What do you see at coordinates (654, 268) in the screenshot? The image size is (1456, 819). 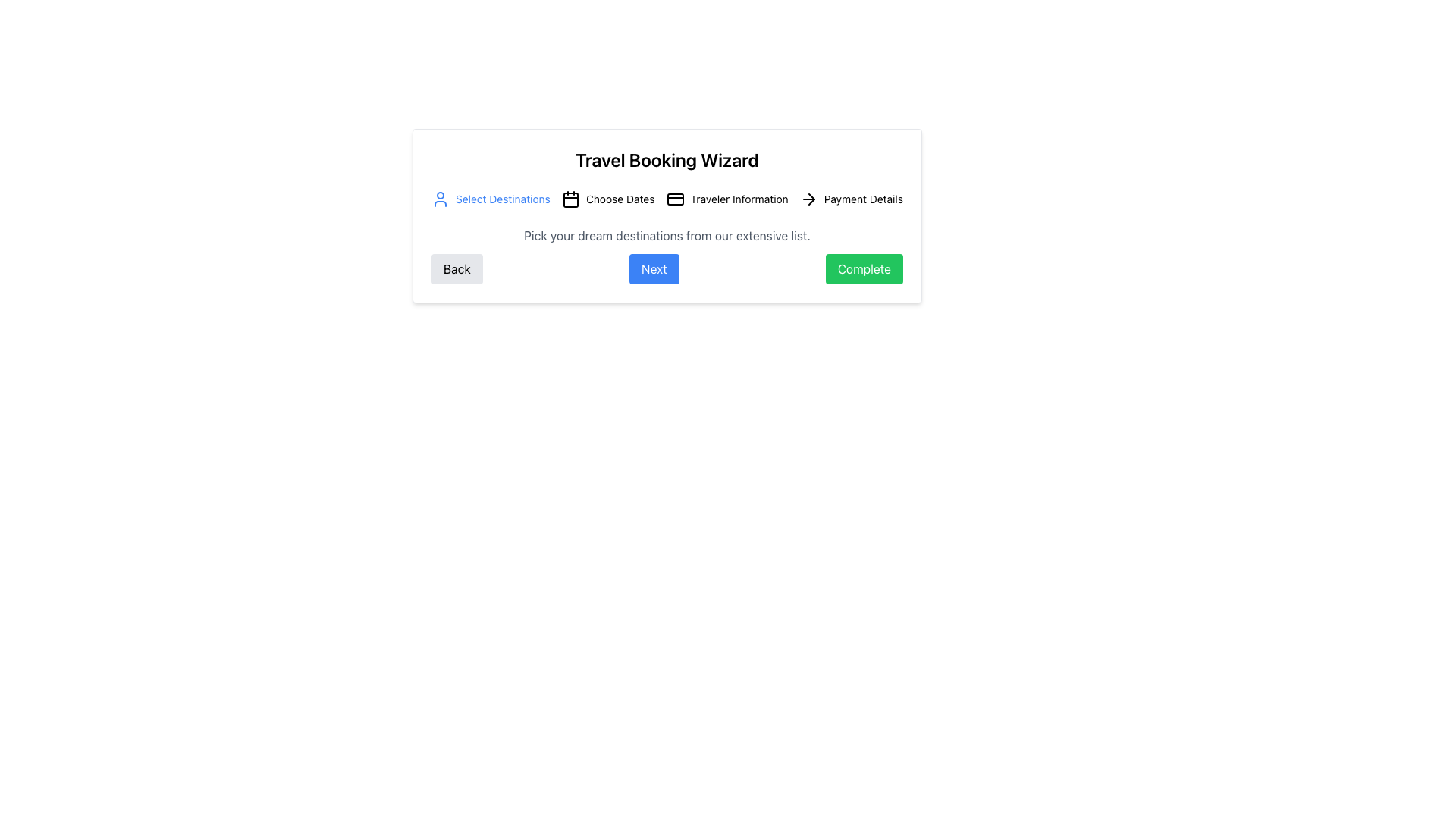 I see `the blue rectangular button labeled 'Next'` at bounding box center [654, 268].